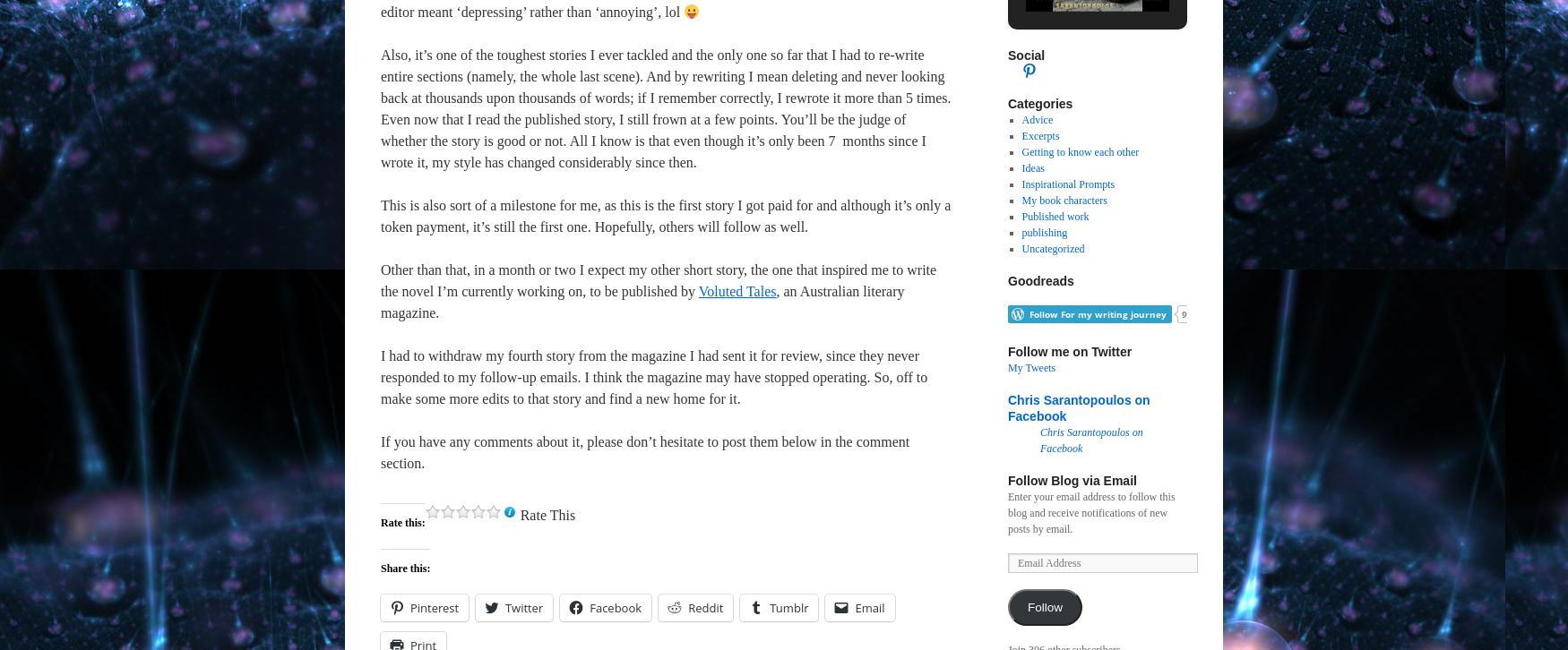  Describe the element at coordinates (1020, 135) in the screenshot. I see `'Excerpts'` at that location.